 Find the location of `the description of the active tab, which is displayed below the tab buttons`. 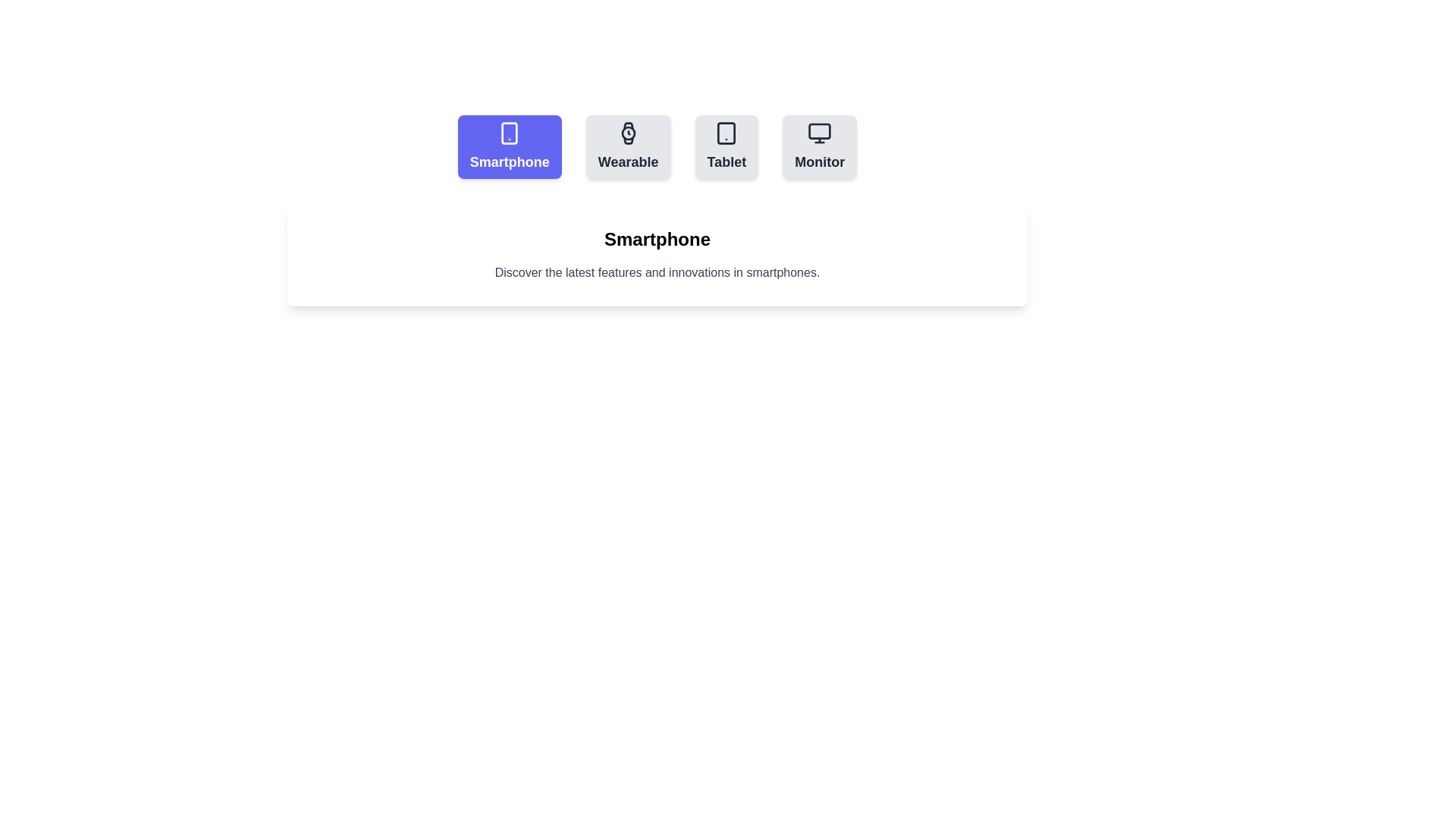

the description of the active tab, which is displayed below the tab buttons is located at coordinates (657, 271).